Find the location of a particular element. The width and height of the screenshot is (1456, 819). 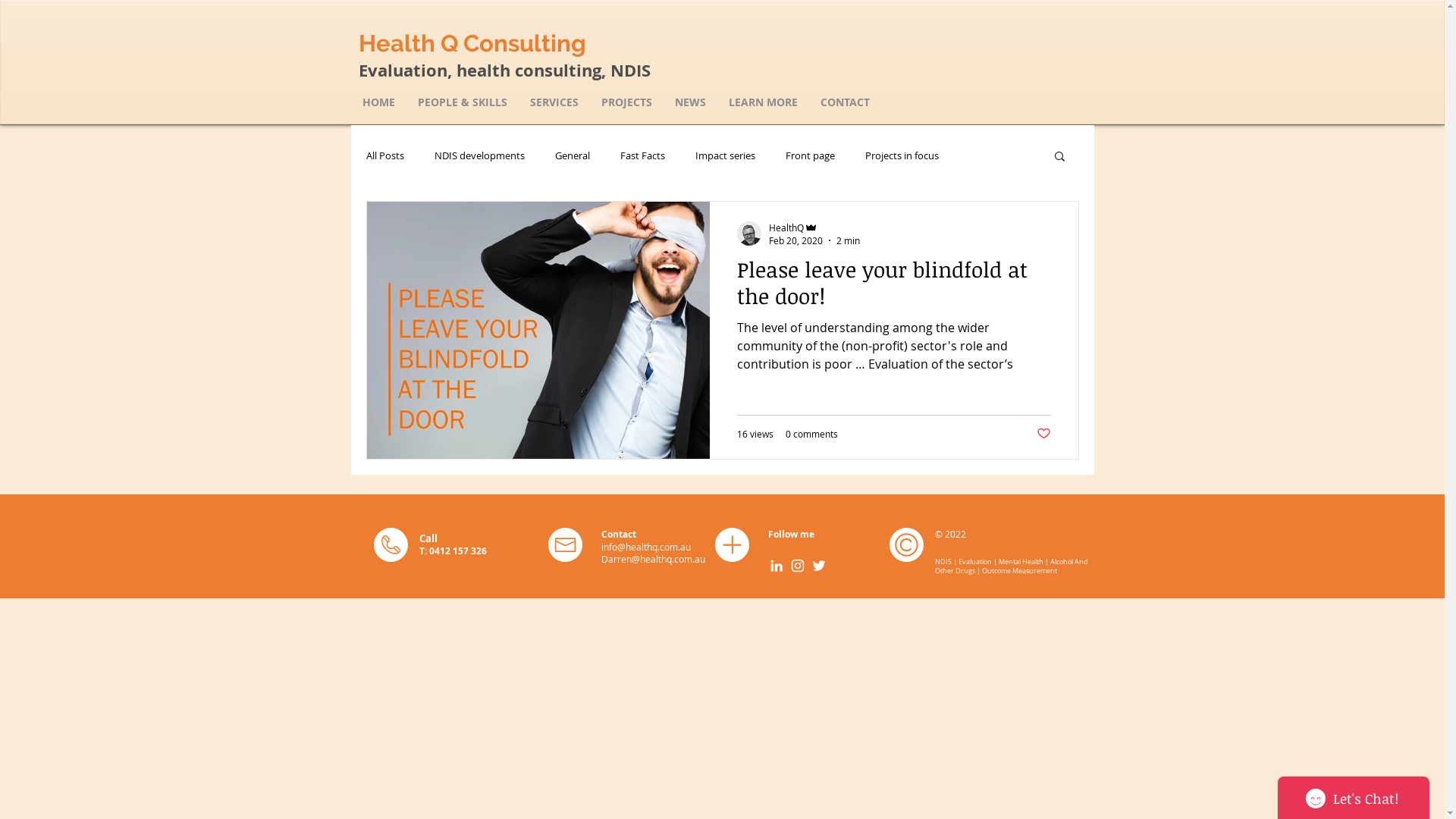

'SERVICES' is located at coordinates (553, 102).